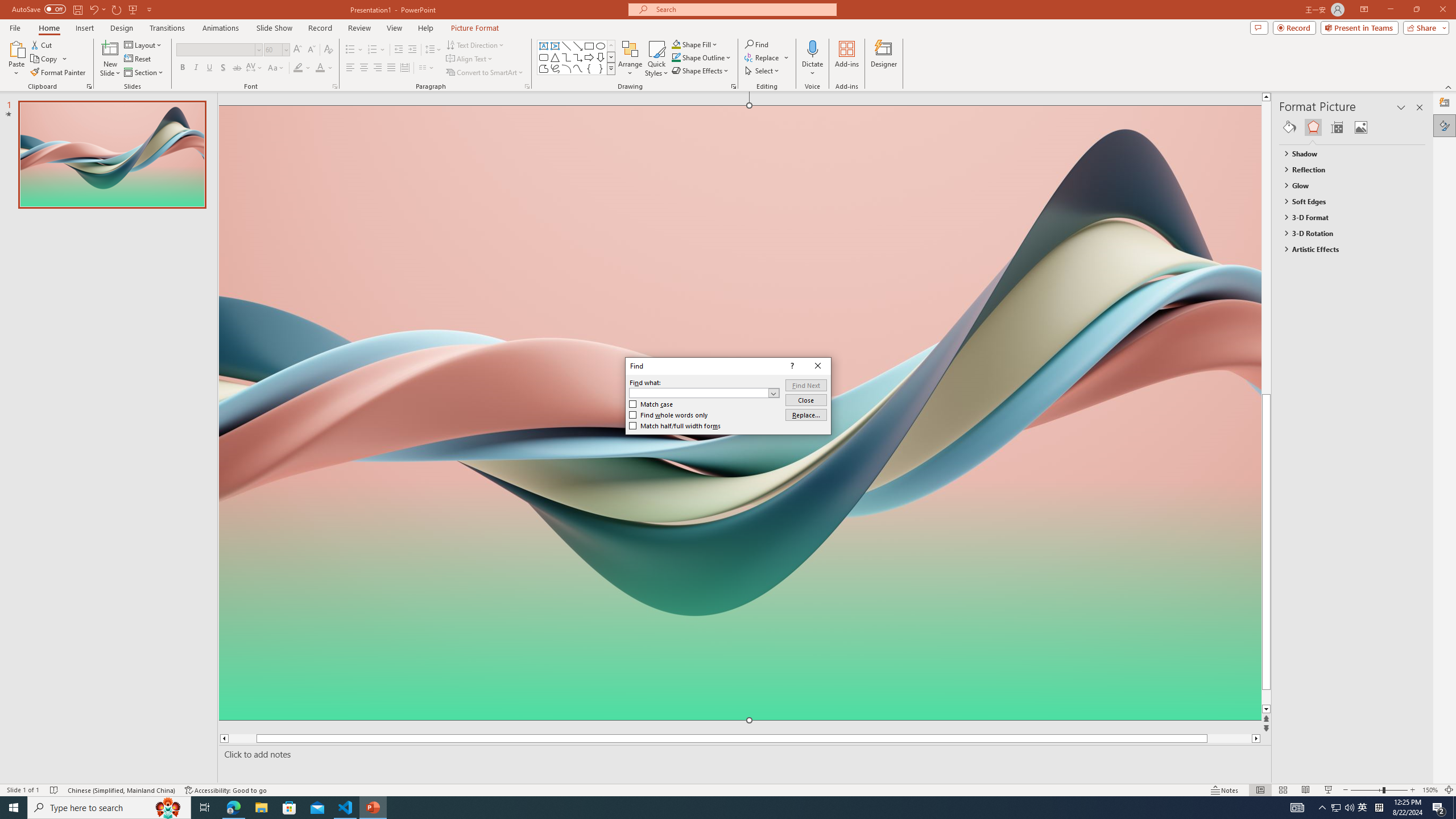 The height and width of the screenshot is (819, 1456). Describe the element at coordinates (364, 67) in the screenshot. I see `'Center'` at that location.